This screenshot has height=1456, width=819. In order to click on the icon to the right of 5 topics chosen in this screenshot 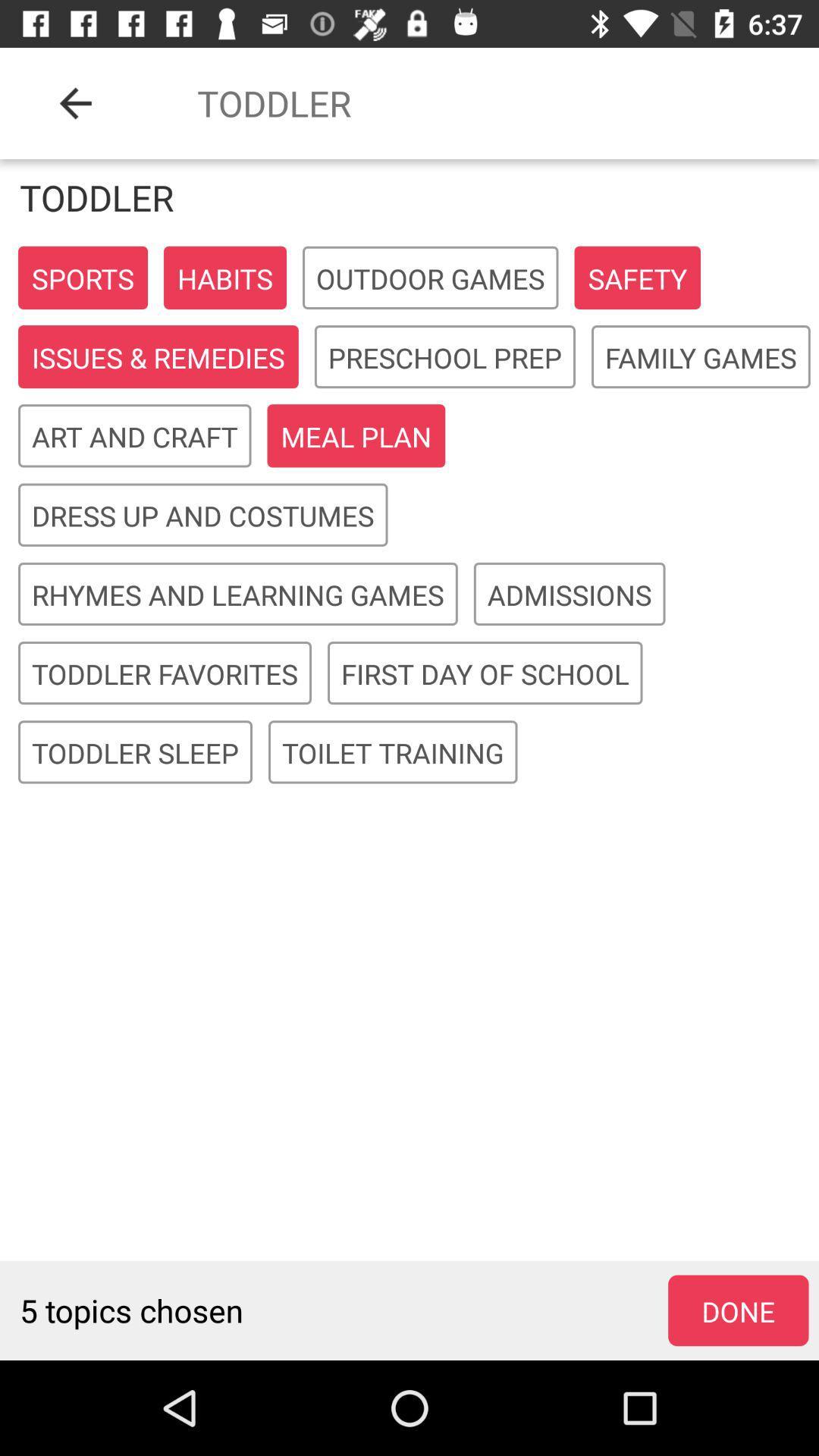, I will do `click(737, 1310)`.